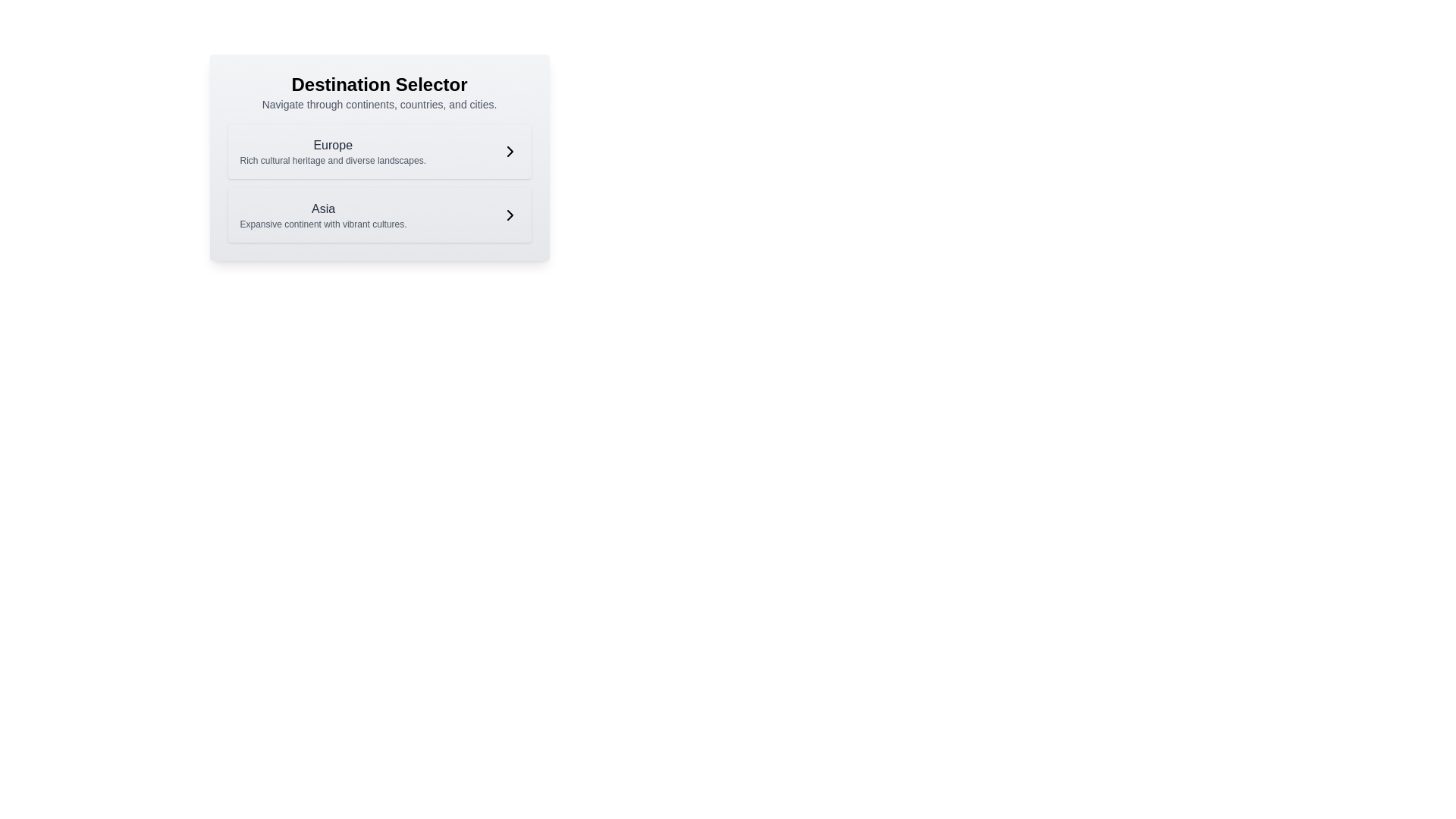  Describe the element at coordinates (510, 152) in the screenshot. I see `the visual indicator icon for the 'Europe' option, which is located at the far right of the 'Europe' list item in the destination selection card` at that location.